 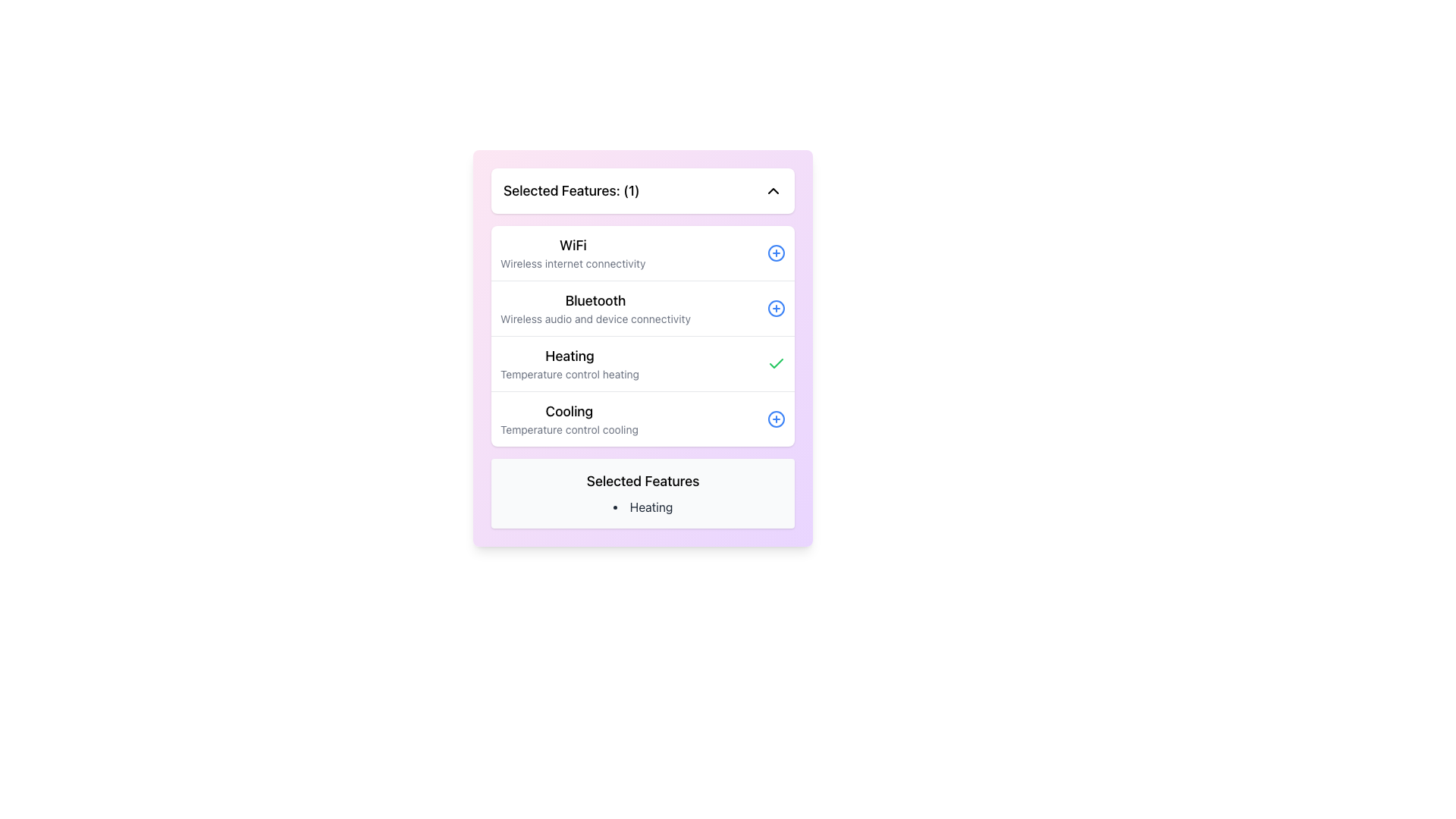 What do you see at coordinates (595, 318) in the screenshot?
I see `the non-interactive Text label providing additional details about the 'Bluetooth' feature, located directly underneath the 'Bluetooth' heading` at bounding box center [595, 318].